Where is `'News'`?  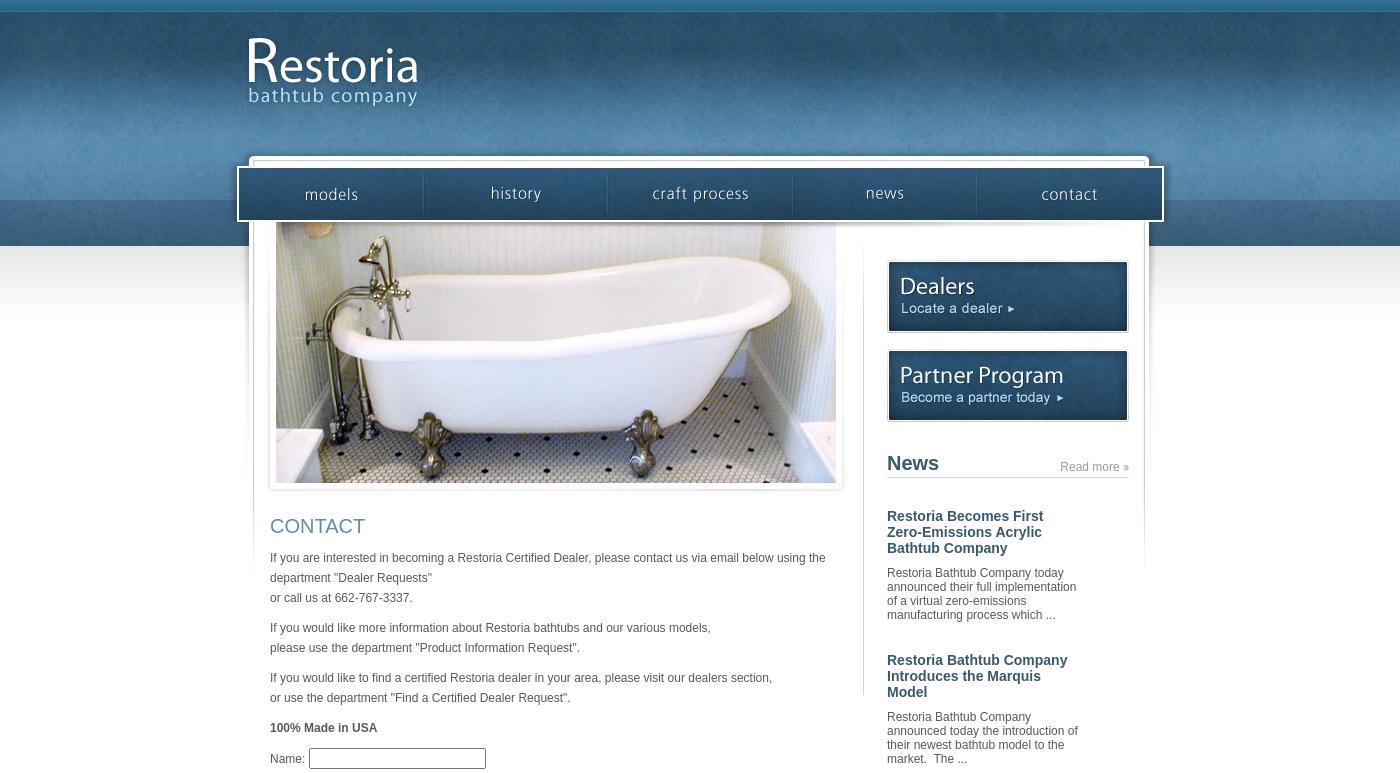
'News' is located at coordinates (912, 462).